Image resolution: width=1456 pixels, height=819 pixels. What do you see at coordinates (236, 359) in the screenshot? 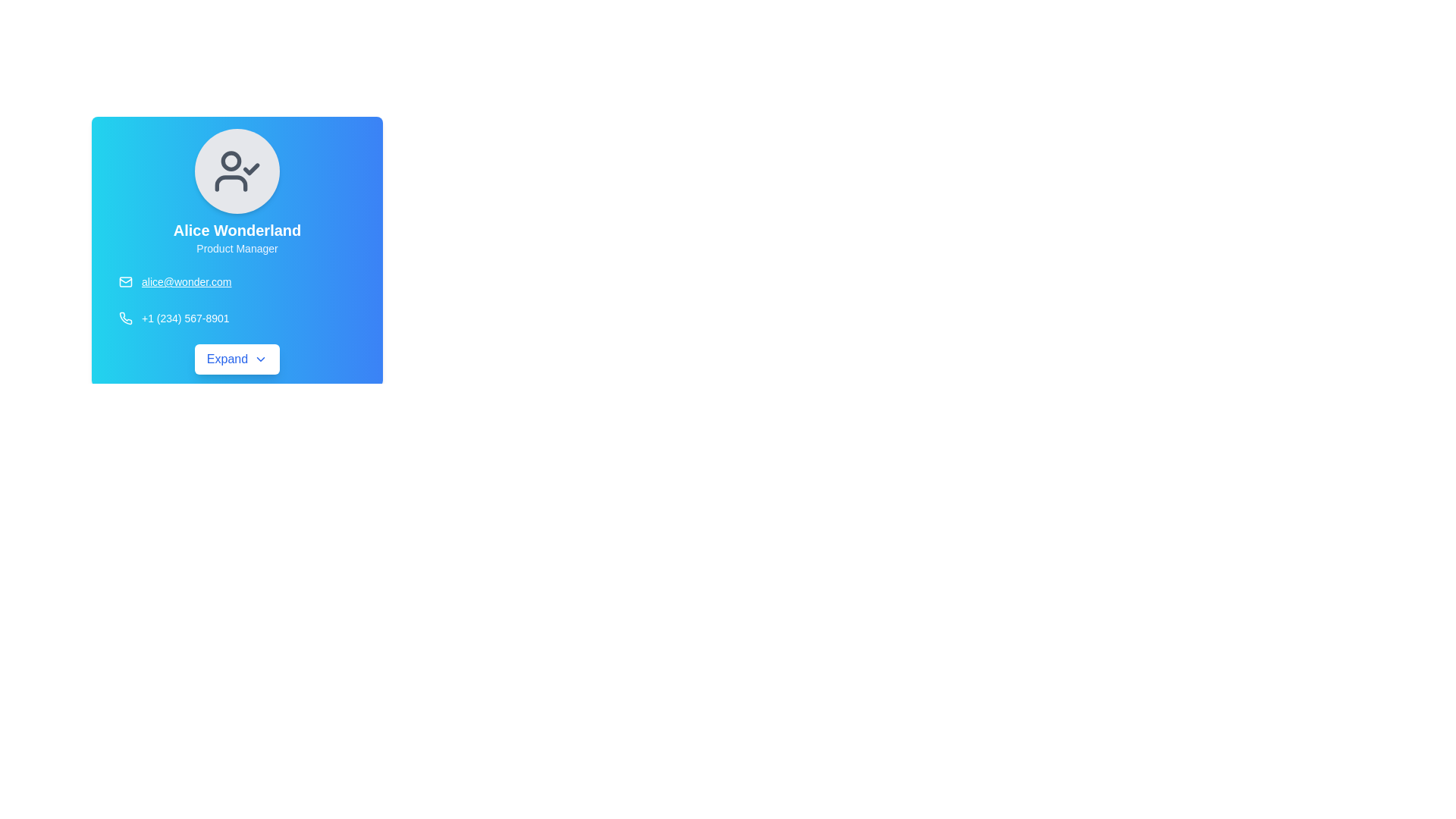
I see `the button located at the lower section of the user information card, which is the only interactive element in that area, to potentially reveal additional content or options` at bounding box center [236, 359].